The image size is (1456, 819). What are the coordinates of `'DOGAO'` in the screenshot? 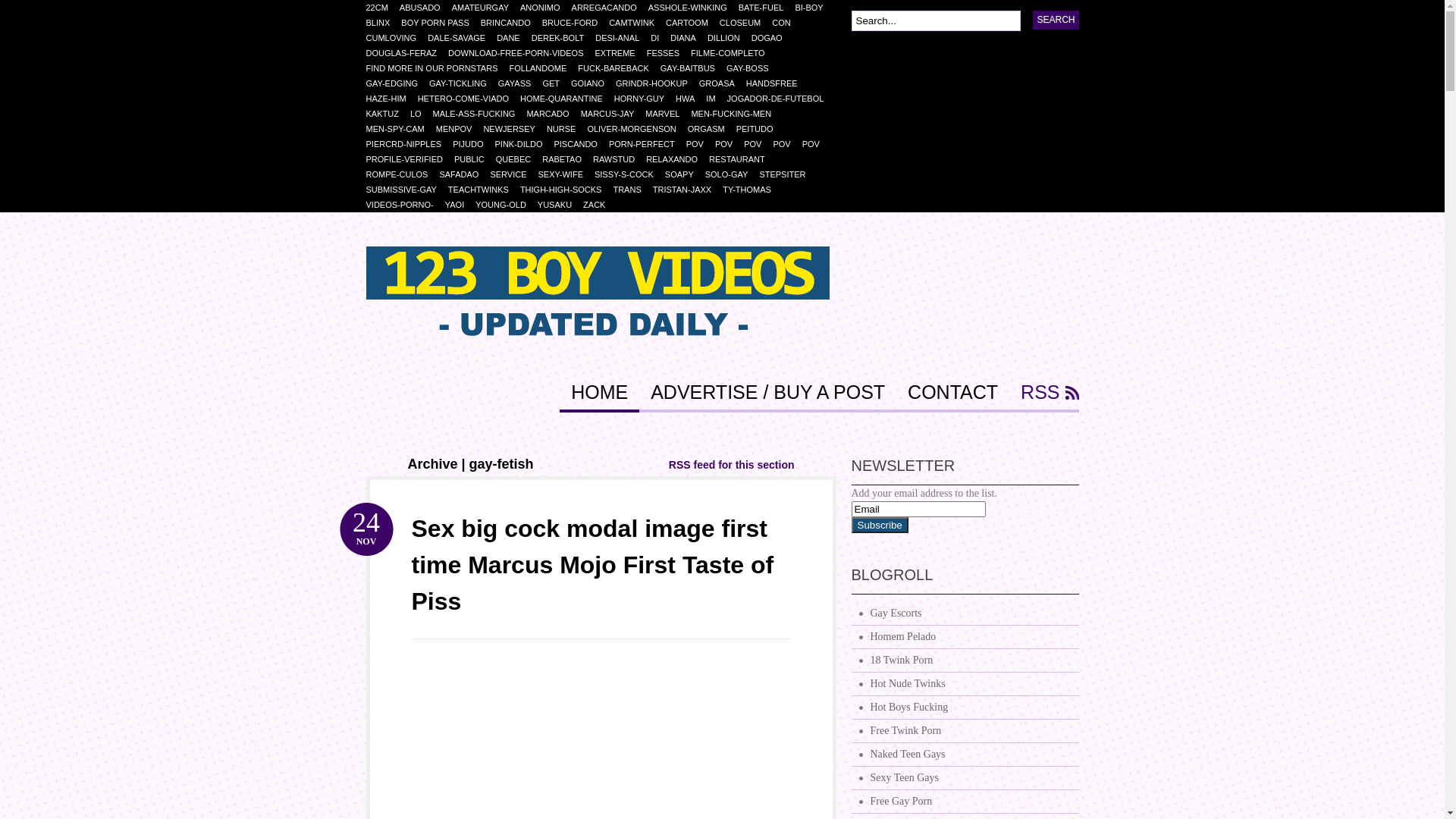 It's located at (772, 37).